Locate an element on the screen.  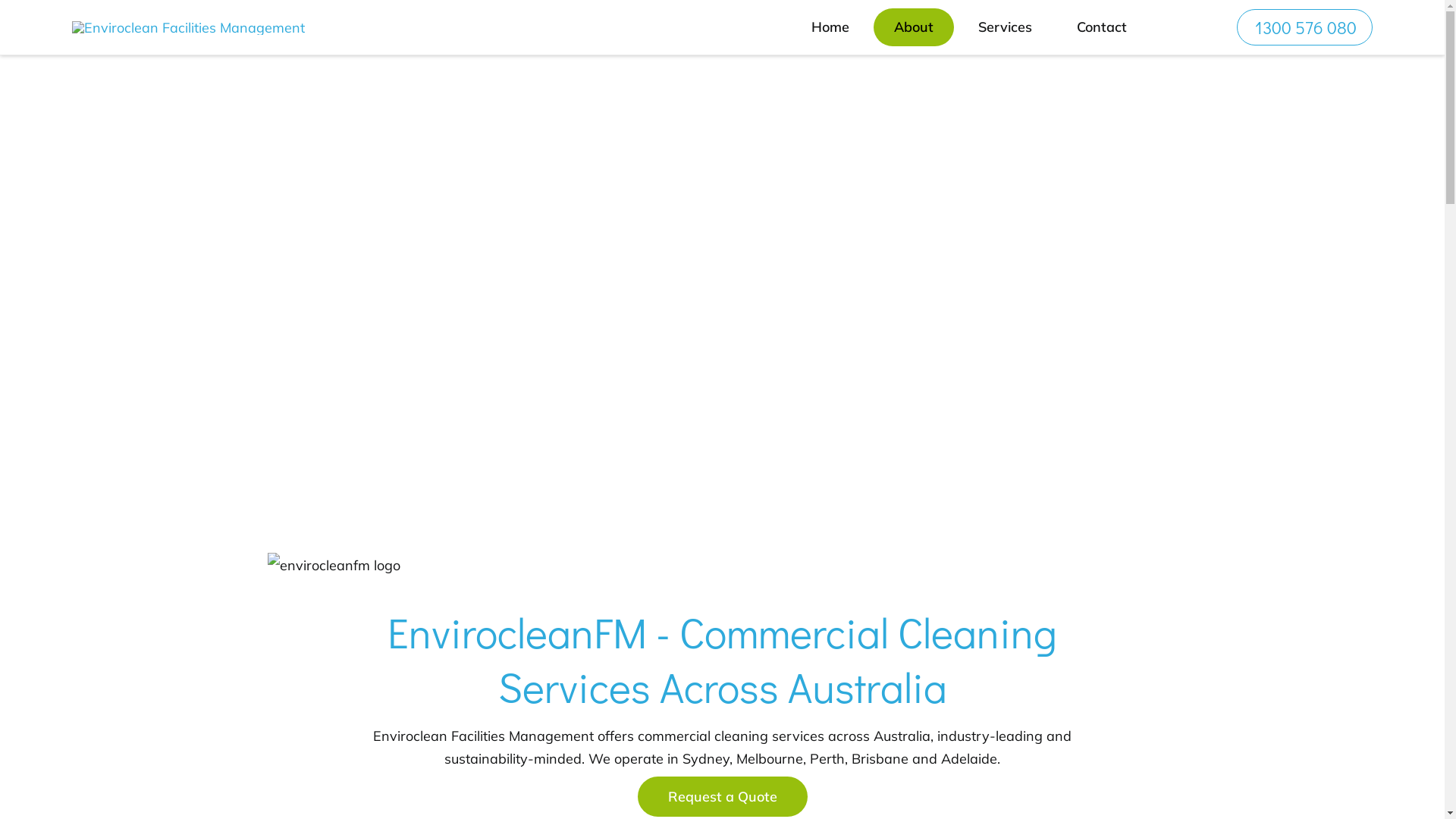
'Services' is located at coordinates (956, 27).